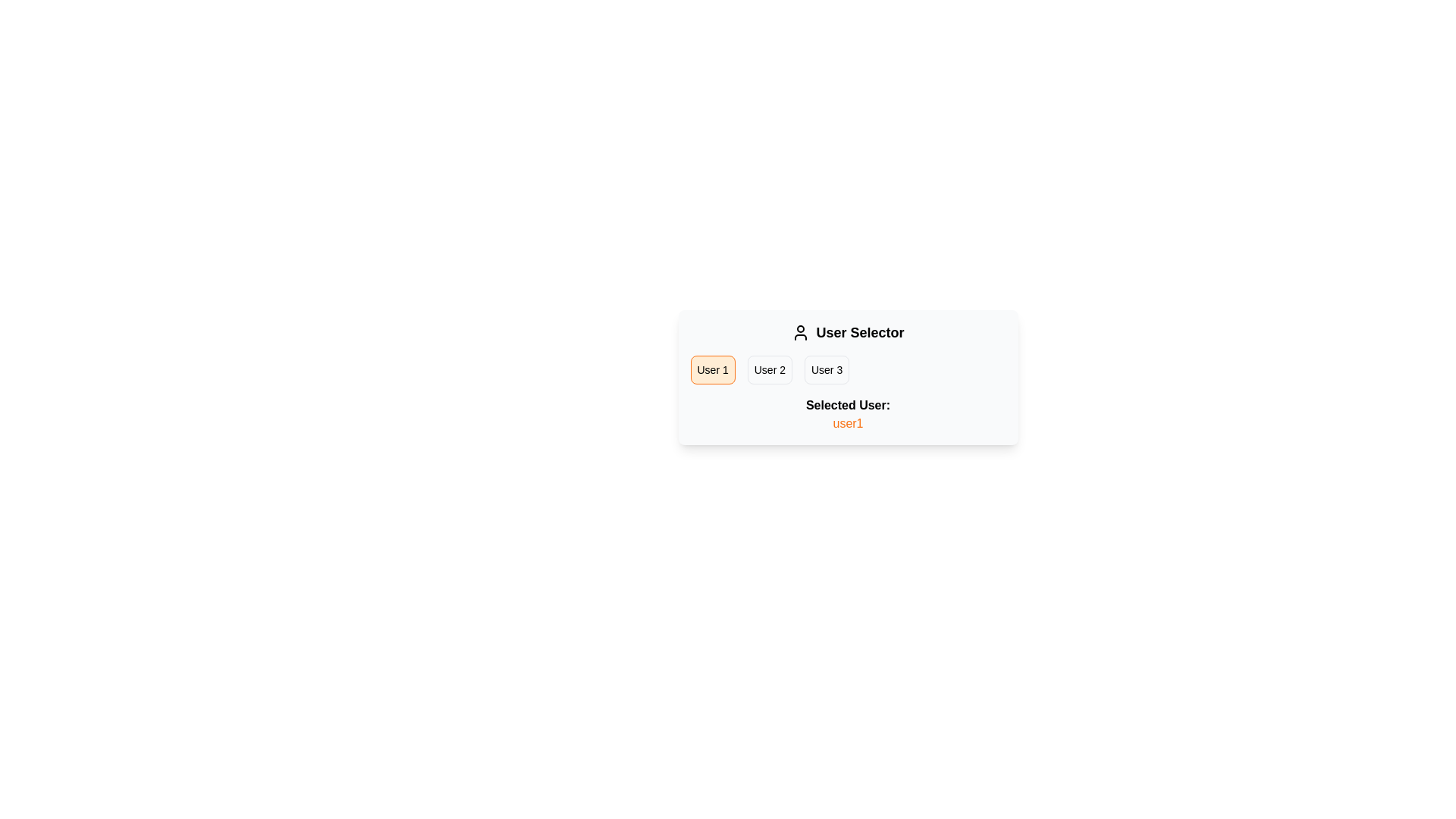 The height and width of the screenshot is (819, 1456). What do you see at coordinates (847, 332) in the screenshot?
I see `the 'User Selector' label, which is styled with a black font and positioned above a row of user buttons` at bounding box center [847, 332].